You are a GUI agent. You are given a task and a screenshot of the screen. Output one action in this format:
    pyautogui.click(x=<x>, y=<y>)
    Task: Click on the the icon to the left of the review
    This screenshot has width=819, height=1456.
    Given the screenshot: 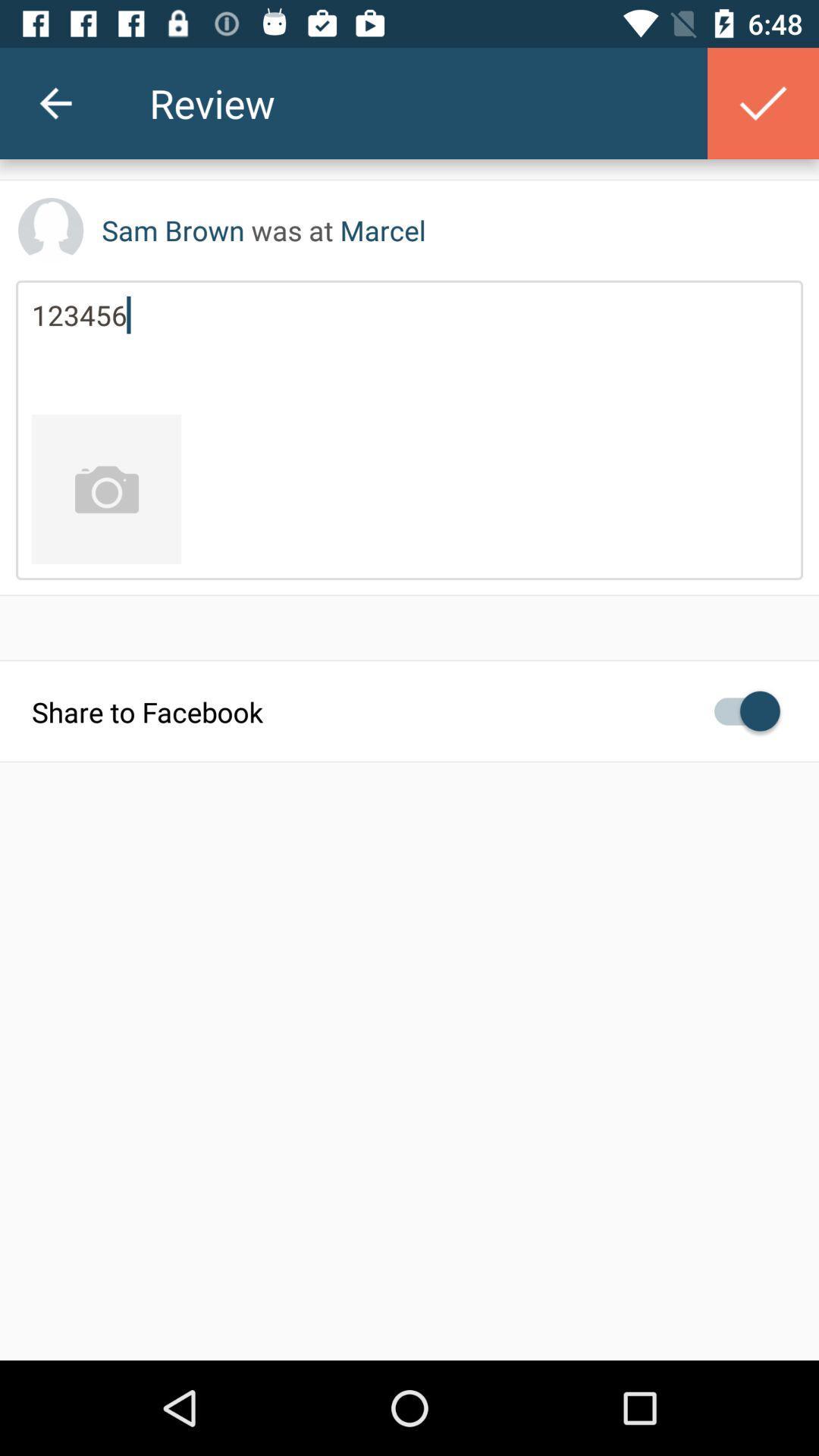 What is the action you would take?
    pyautogui.click(x=55, y=102)
    